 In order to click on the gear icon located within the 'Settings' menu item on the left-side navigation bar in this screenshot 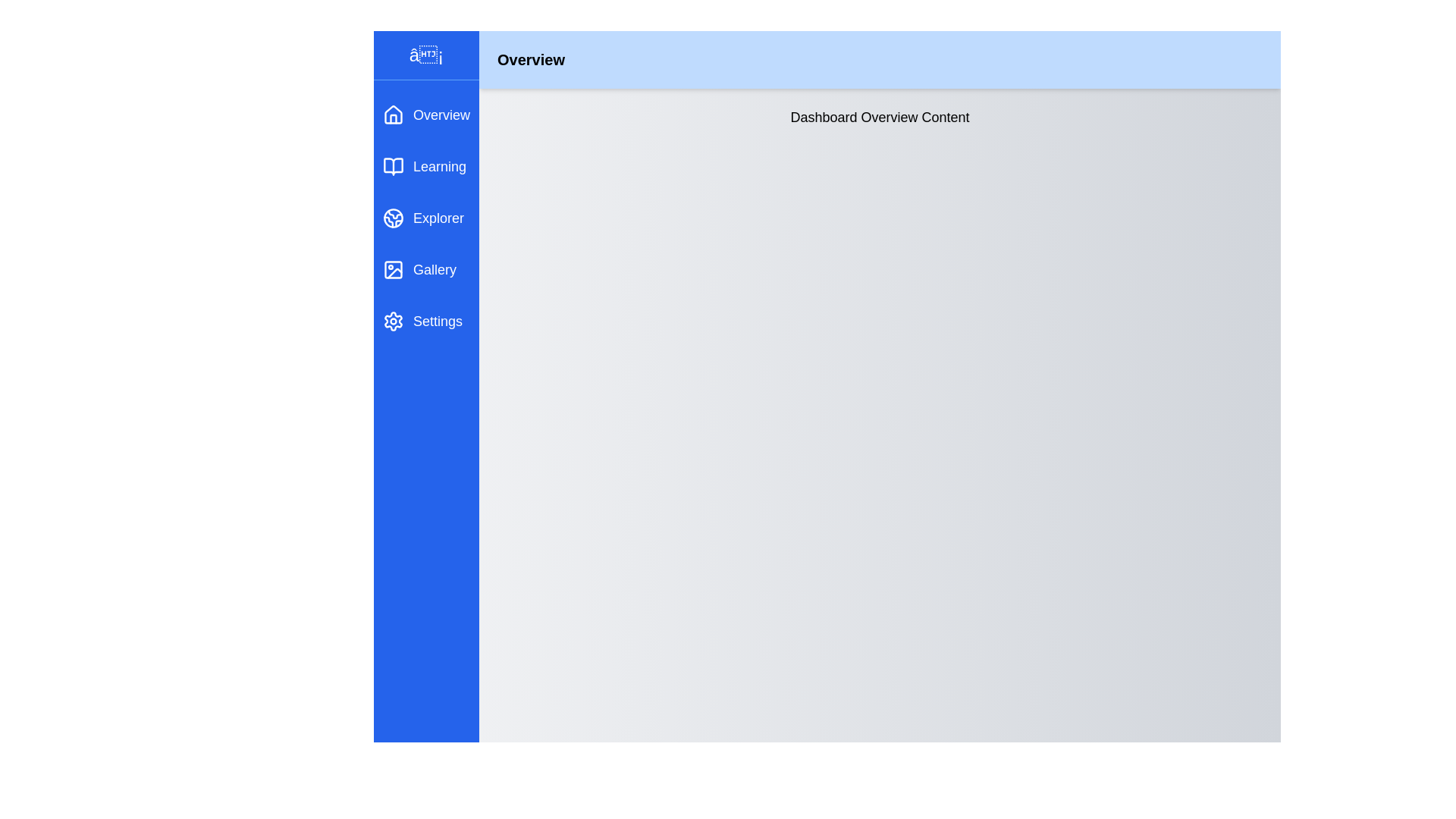, I will do `click(393, 321)`.